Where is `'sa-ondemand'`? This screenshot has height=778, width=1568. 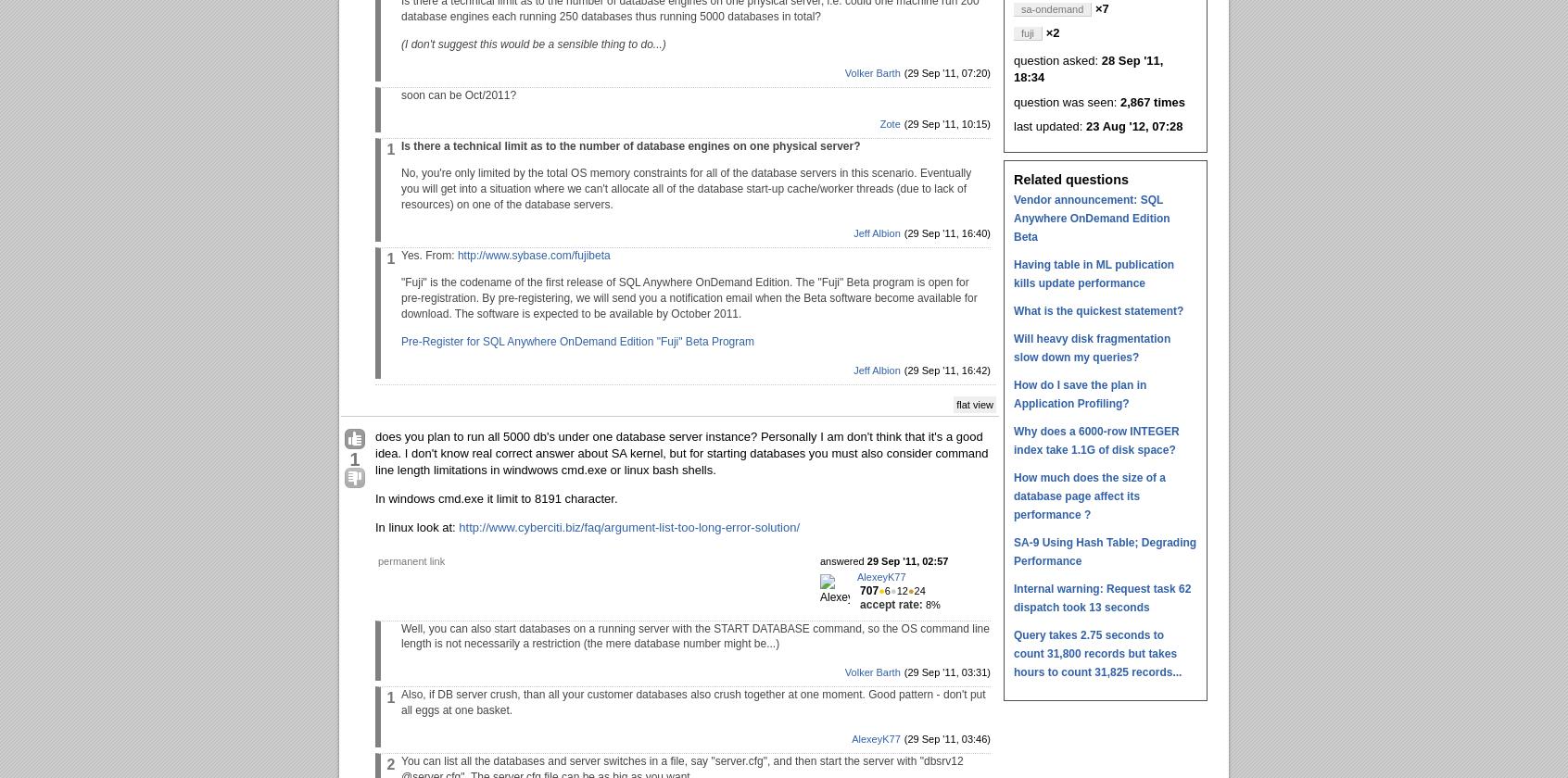
'sa-ondemand' is located at coordinates (1051, 8).